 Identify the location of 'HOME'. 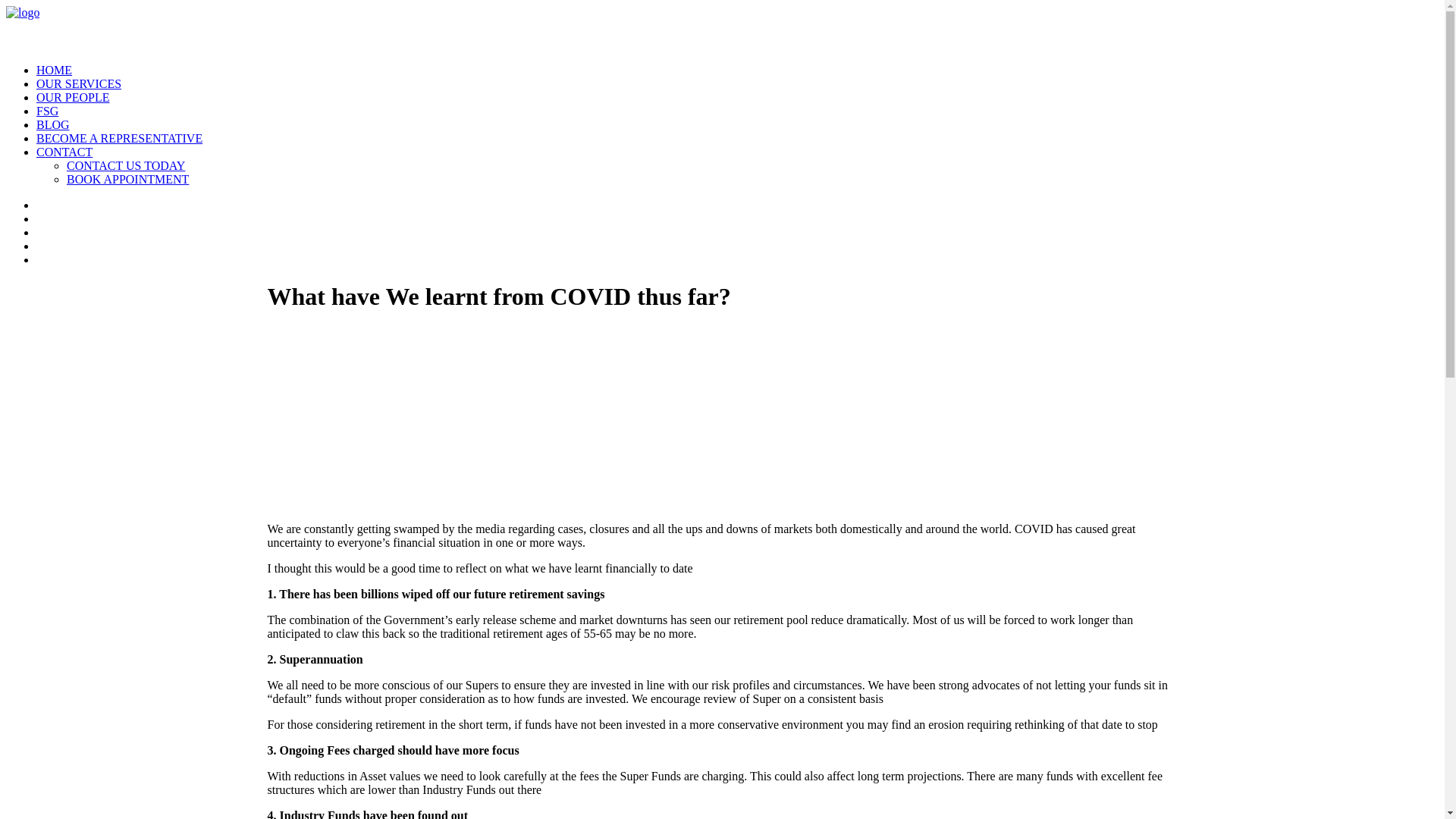
(36, 70).